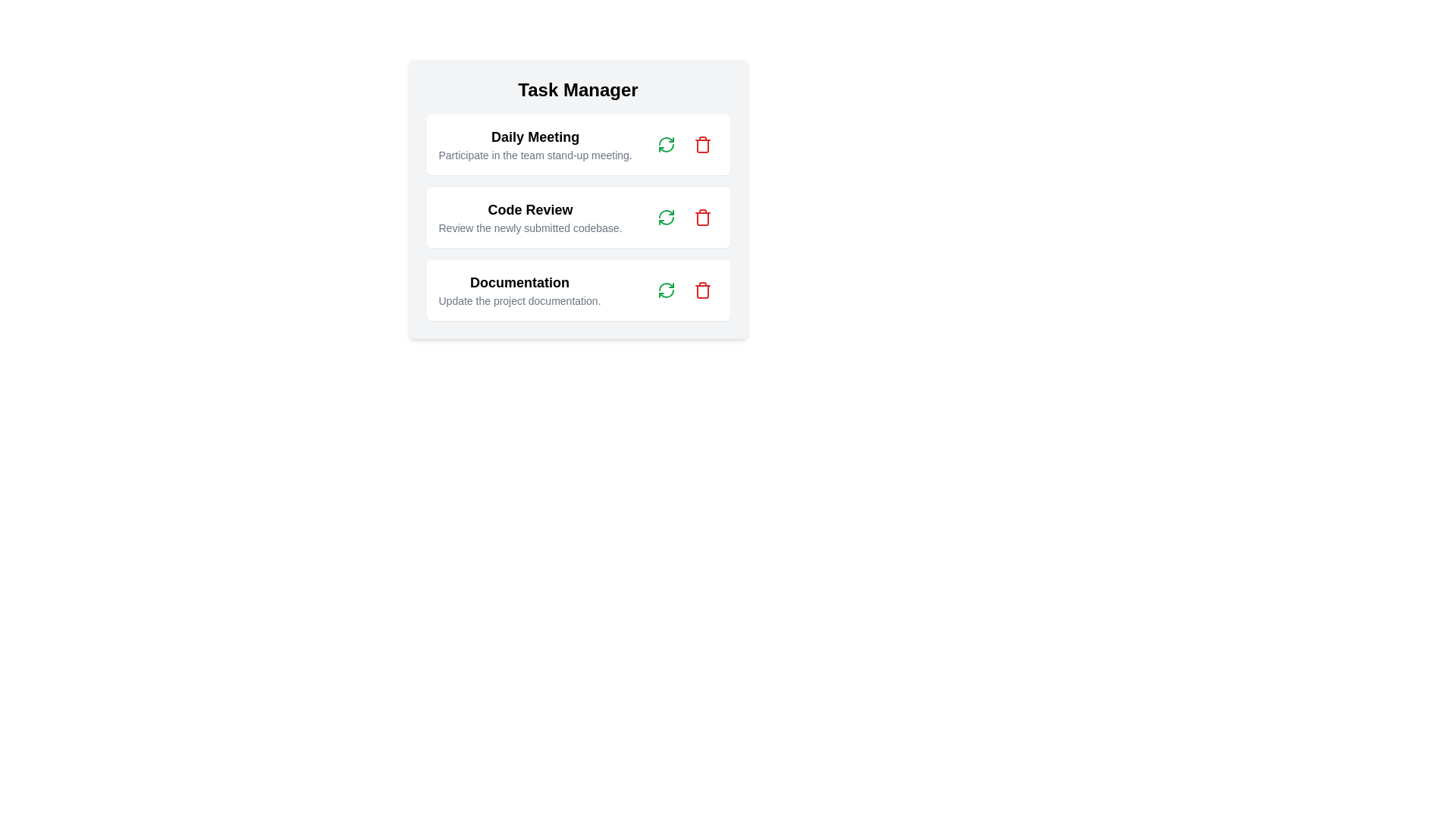 This screenshot has width=1456, height=819. What do you see at coordinates (530, 210) in the screenshot?
I see `the text label that serves as the title of the task in the second task card under the 'Task Manager' section` at bounding box center [530, 210].